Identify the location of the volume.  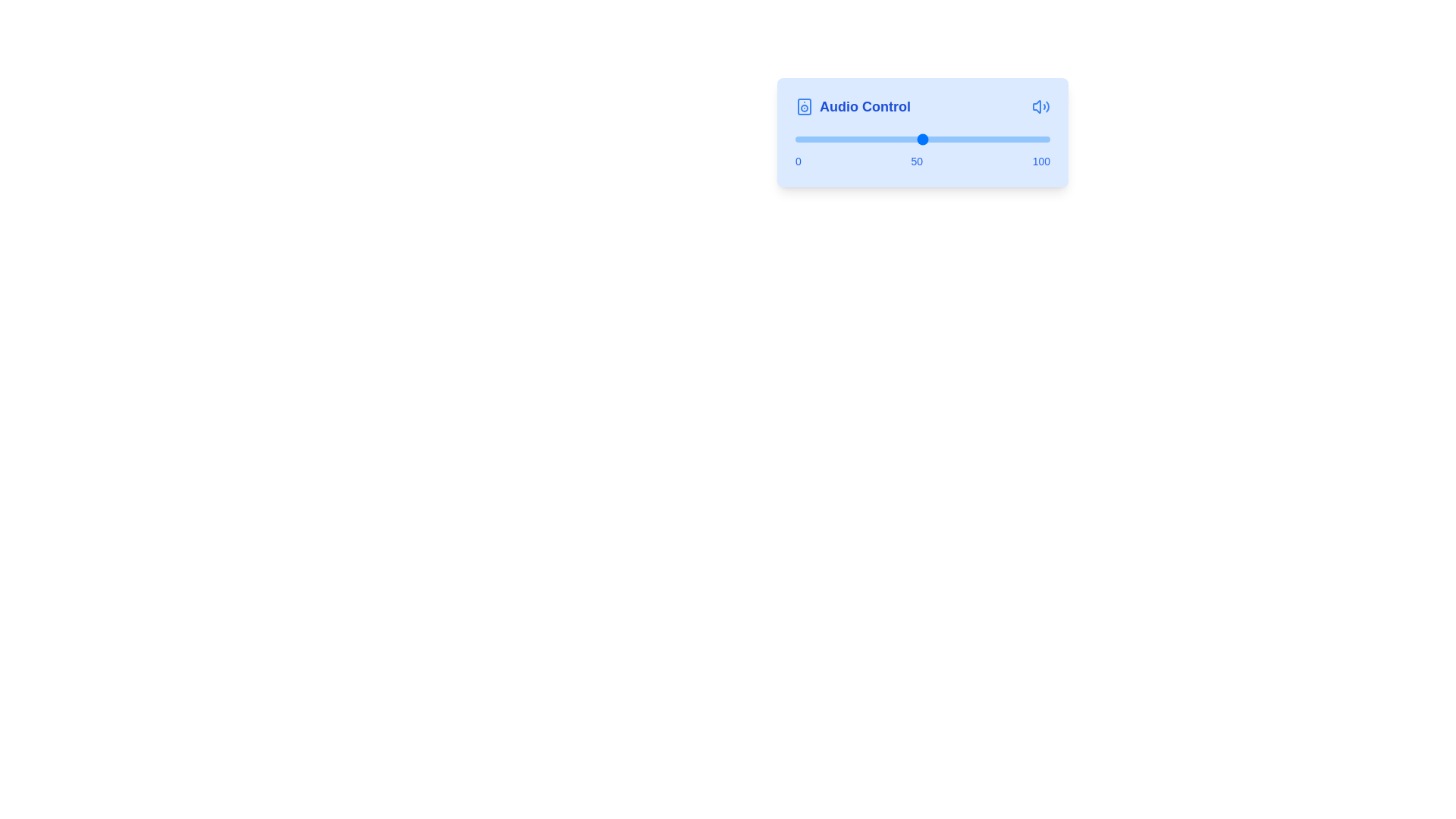
(962, 140).